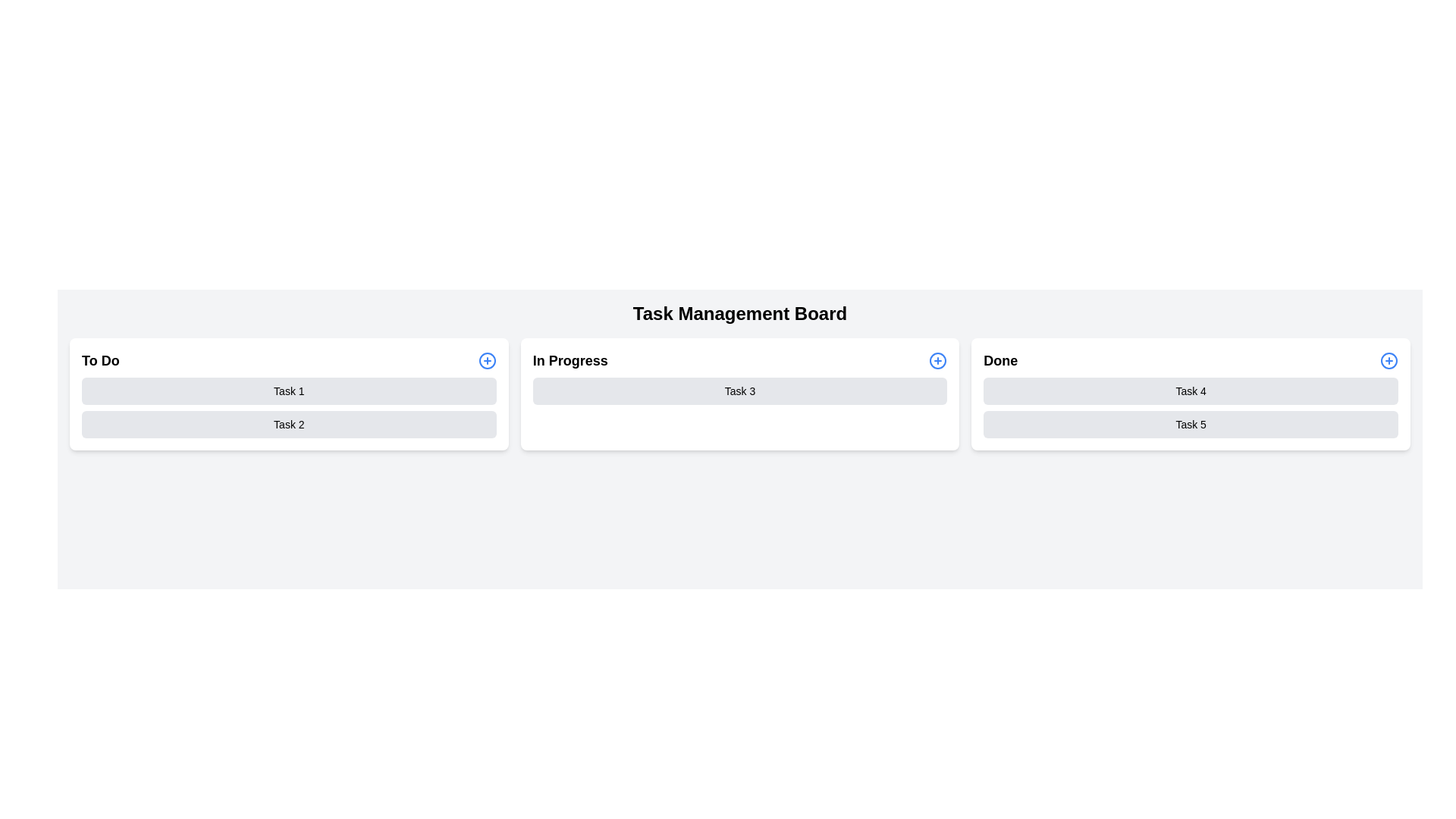  I want to click on the task card labeled 'Task 3' from the 'In Progress' column, so click(739, 391).